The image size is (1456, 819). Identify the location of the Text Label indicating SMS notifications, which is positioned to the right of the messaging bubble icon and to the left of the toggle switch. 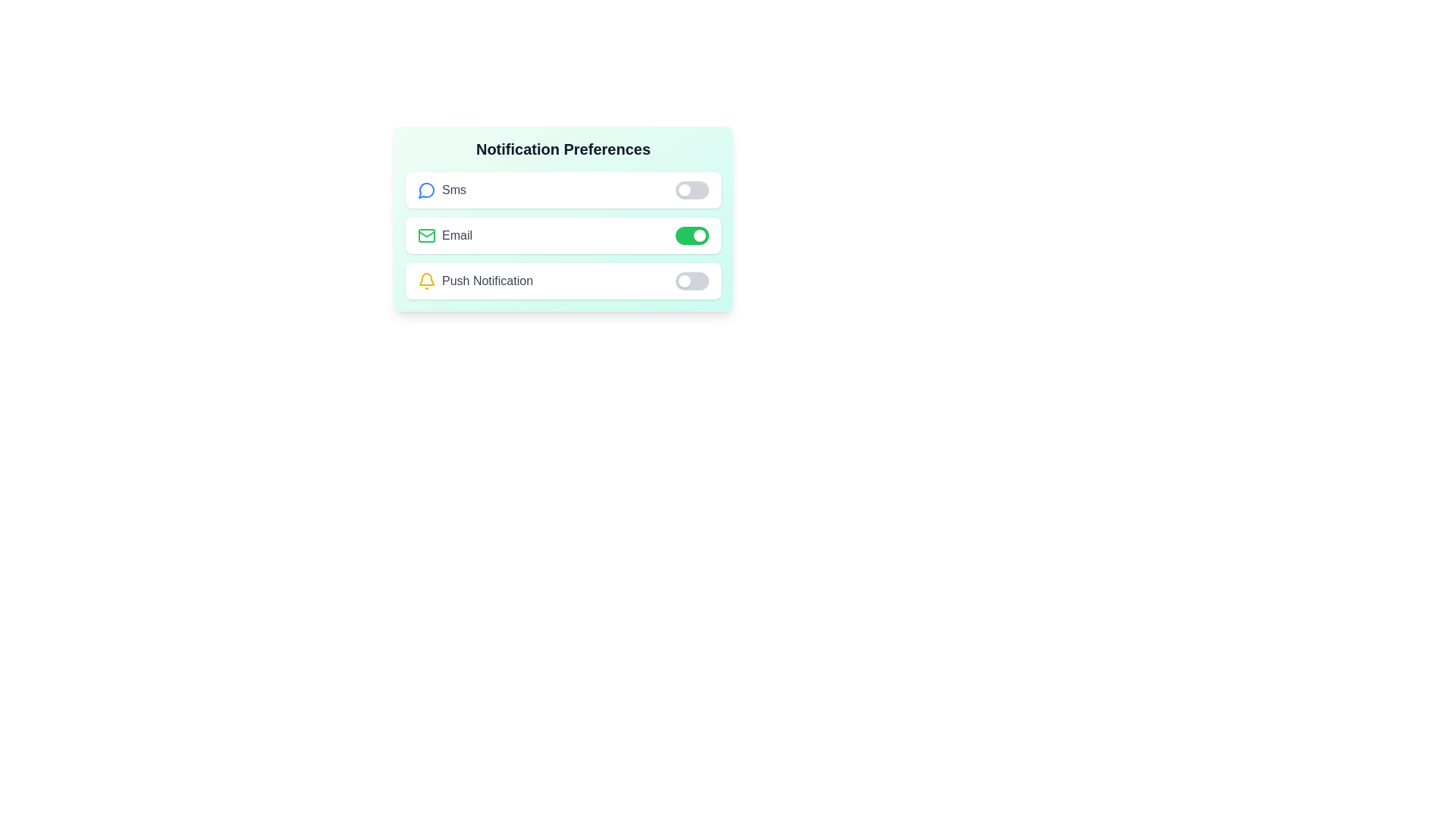
(453, 189).